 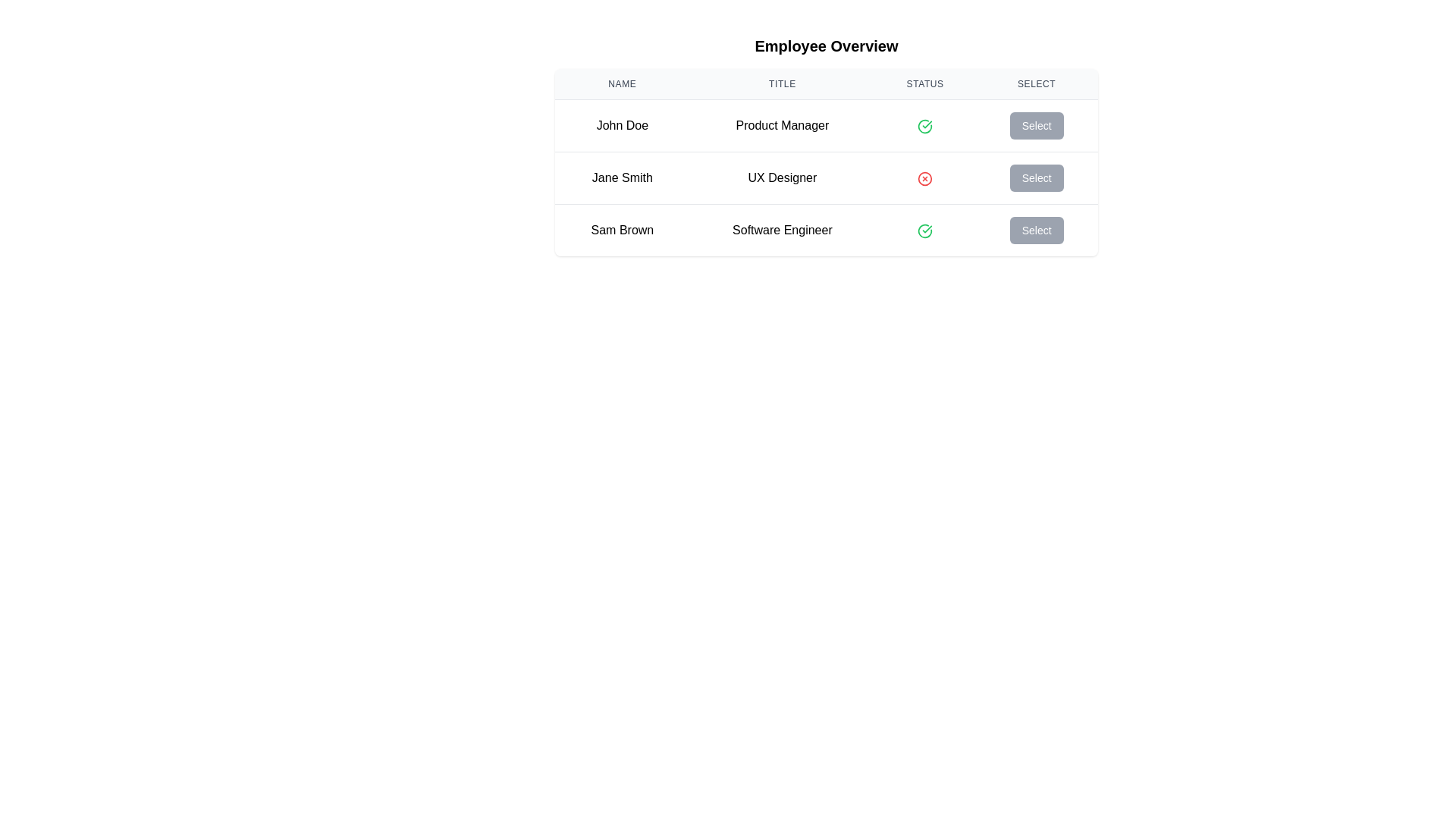 I want to click on the 'STATUS' header label of the table, which is the third label from the left, centrally aligned above its corresponding column, so click(x=924, y=84).